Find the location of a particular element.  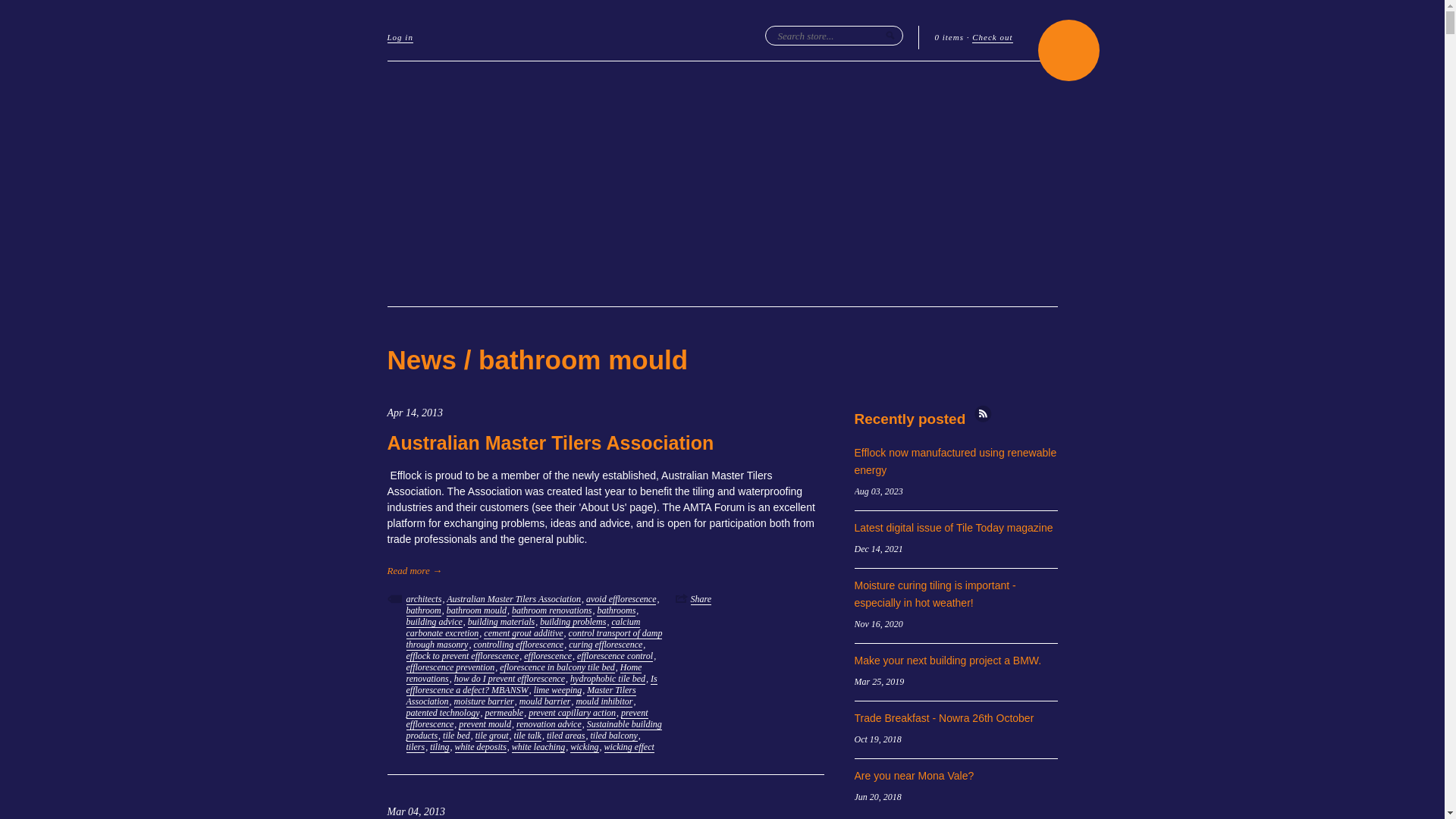

'Home renovations' is located at coordinates (524, 672).